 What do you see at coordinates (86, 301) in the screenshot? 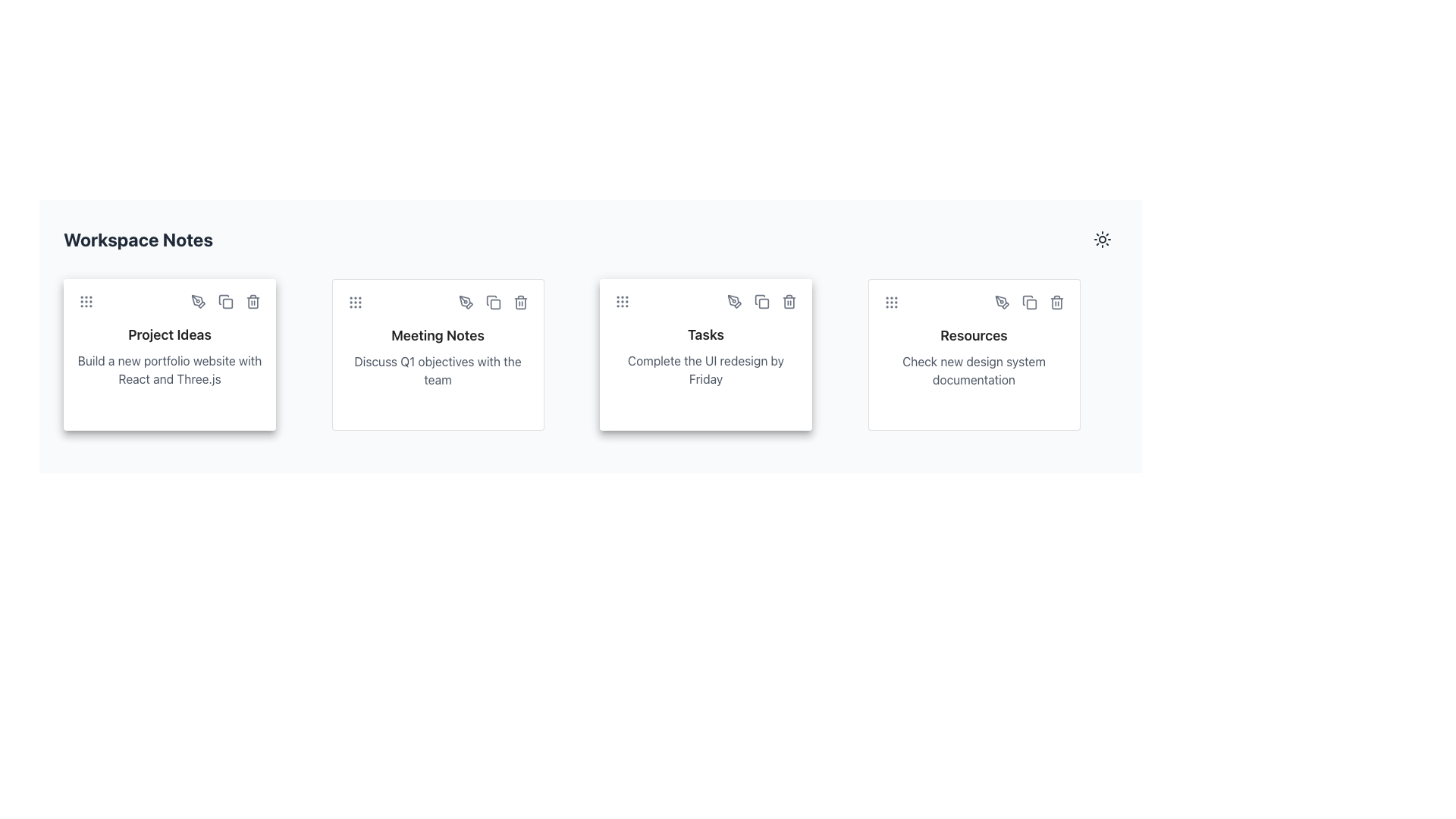
I see `the grip handle icon located at the upper-left corner of the 'Project Ideas' card, which is used for dragging or rearranging the card` at bounding box center [86, 301].